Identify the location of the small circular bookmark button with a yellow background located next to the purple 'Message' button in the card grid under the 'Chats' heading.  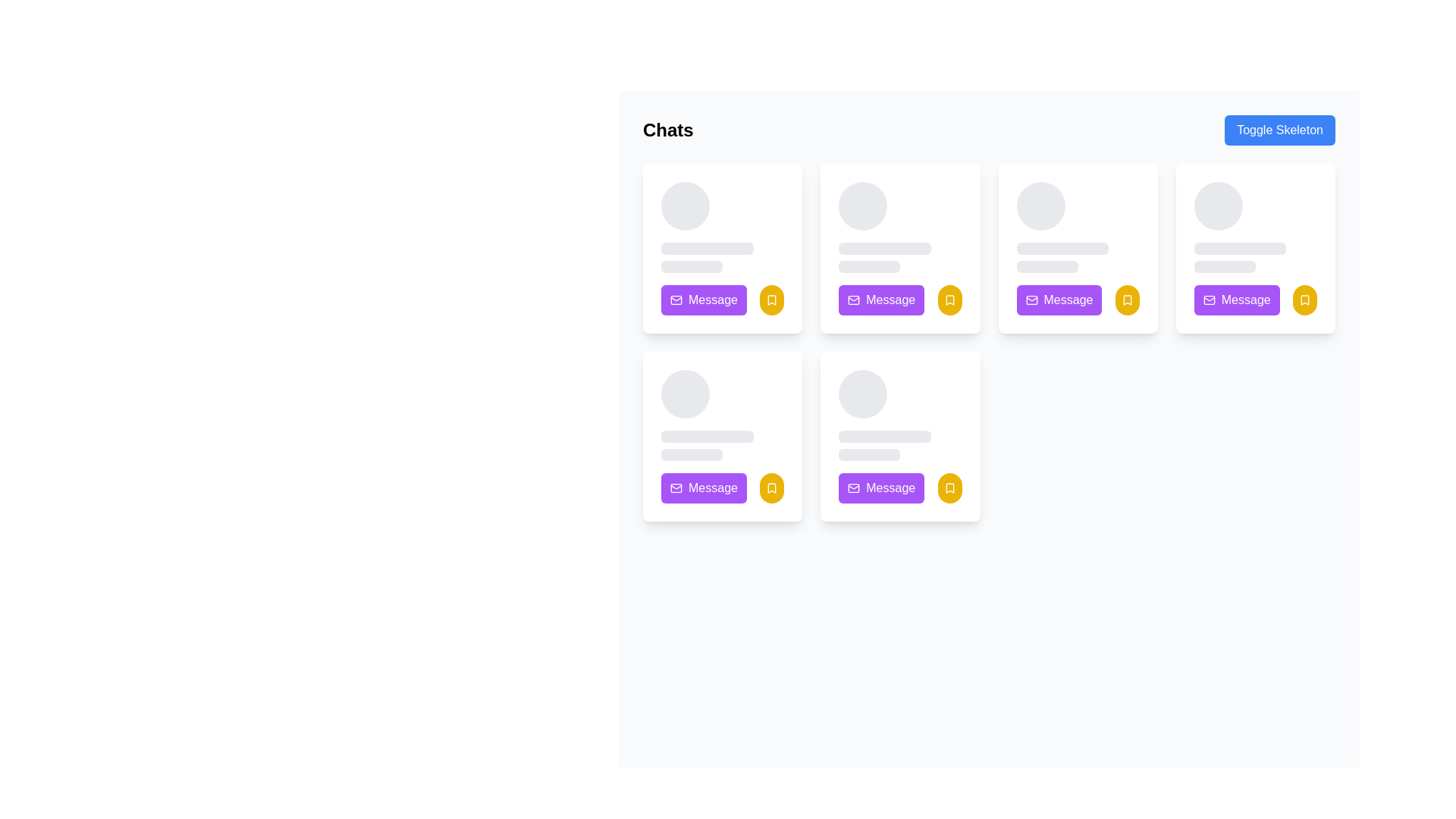
(772, 300).